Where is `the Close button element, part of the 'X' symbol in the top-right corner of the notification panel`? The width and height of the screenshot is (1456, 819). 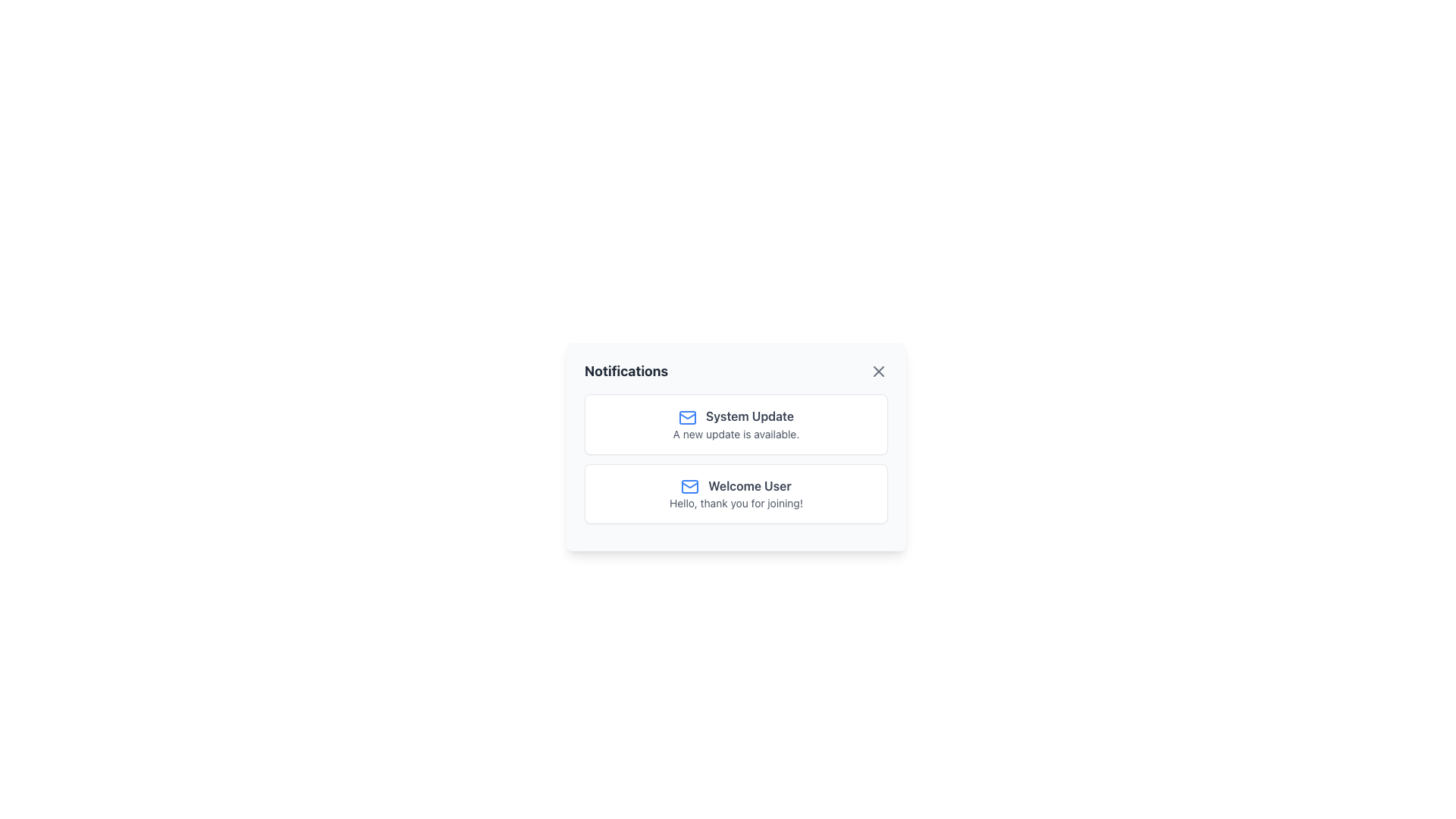
the Close button element, part of the 'X' symbol in the top-right corner of the notification panel is located at coordinates (878, 371).